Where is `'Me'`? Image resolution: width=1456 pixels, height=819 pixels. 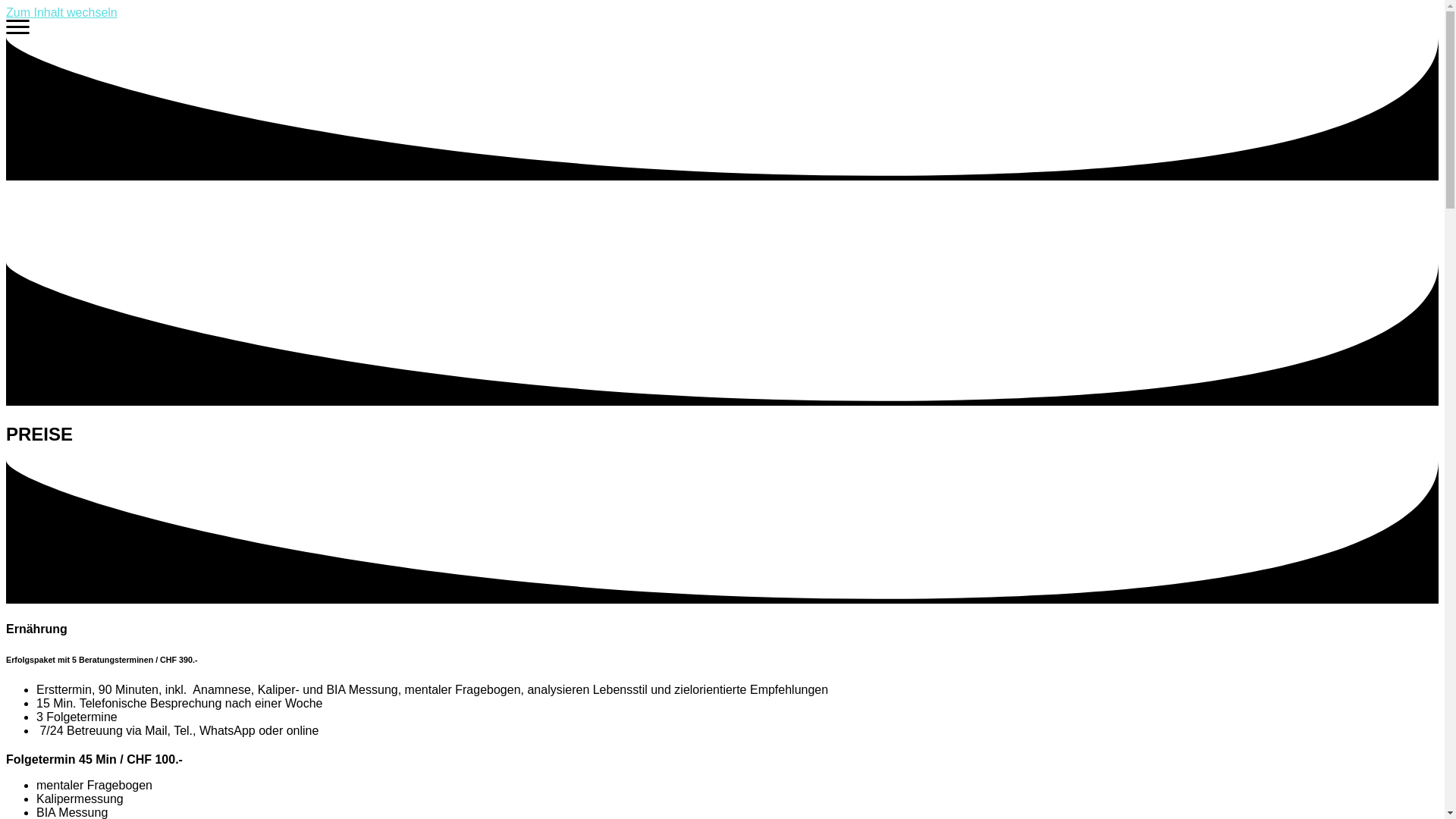
'Me' is located at coordinates (17, 30).